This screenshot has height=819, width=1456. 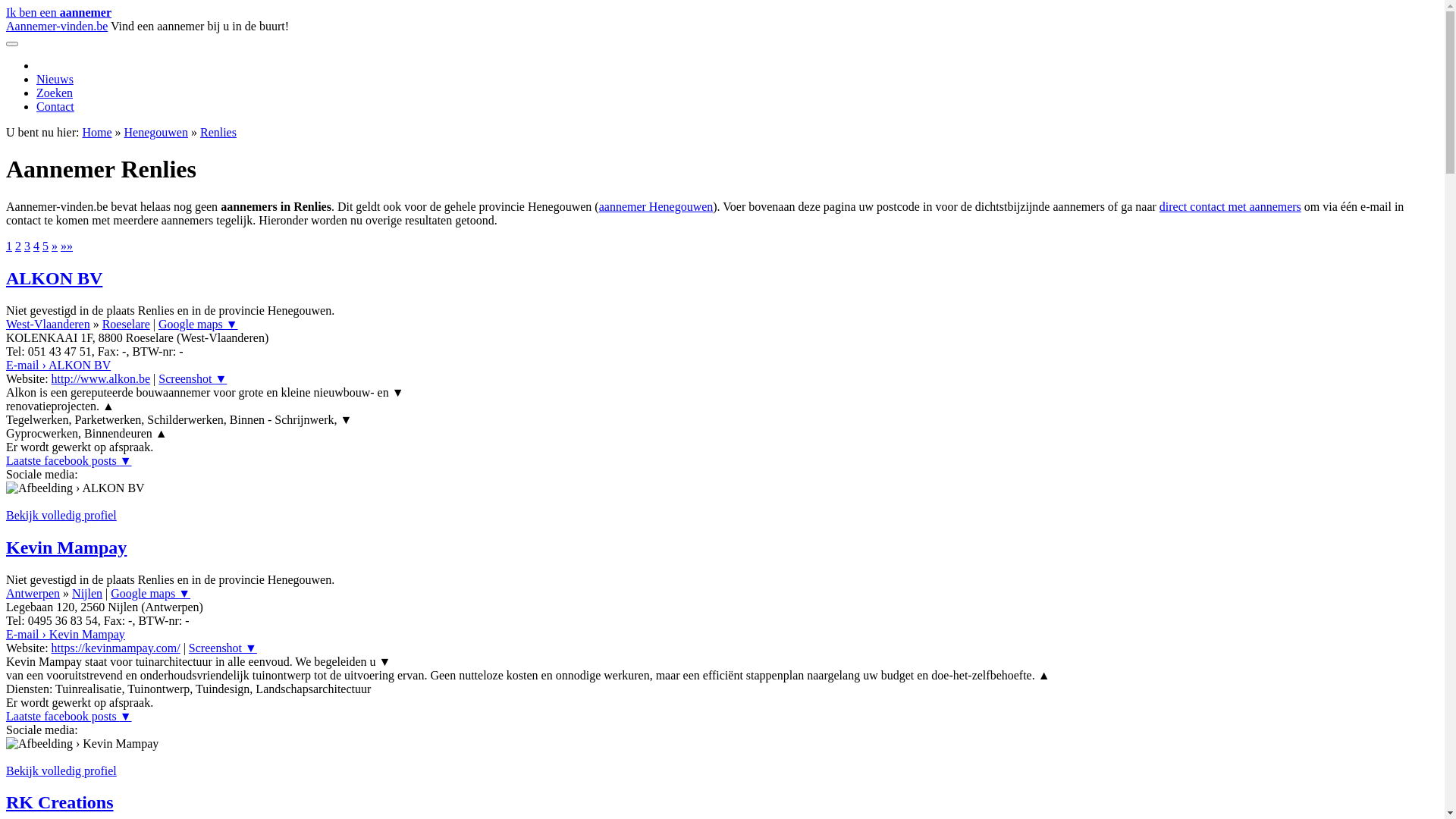 What do you see at coordinates (96, 131) in the screenshot?
I see `'Home'` at bounding box center [96, 131].